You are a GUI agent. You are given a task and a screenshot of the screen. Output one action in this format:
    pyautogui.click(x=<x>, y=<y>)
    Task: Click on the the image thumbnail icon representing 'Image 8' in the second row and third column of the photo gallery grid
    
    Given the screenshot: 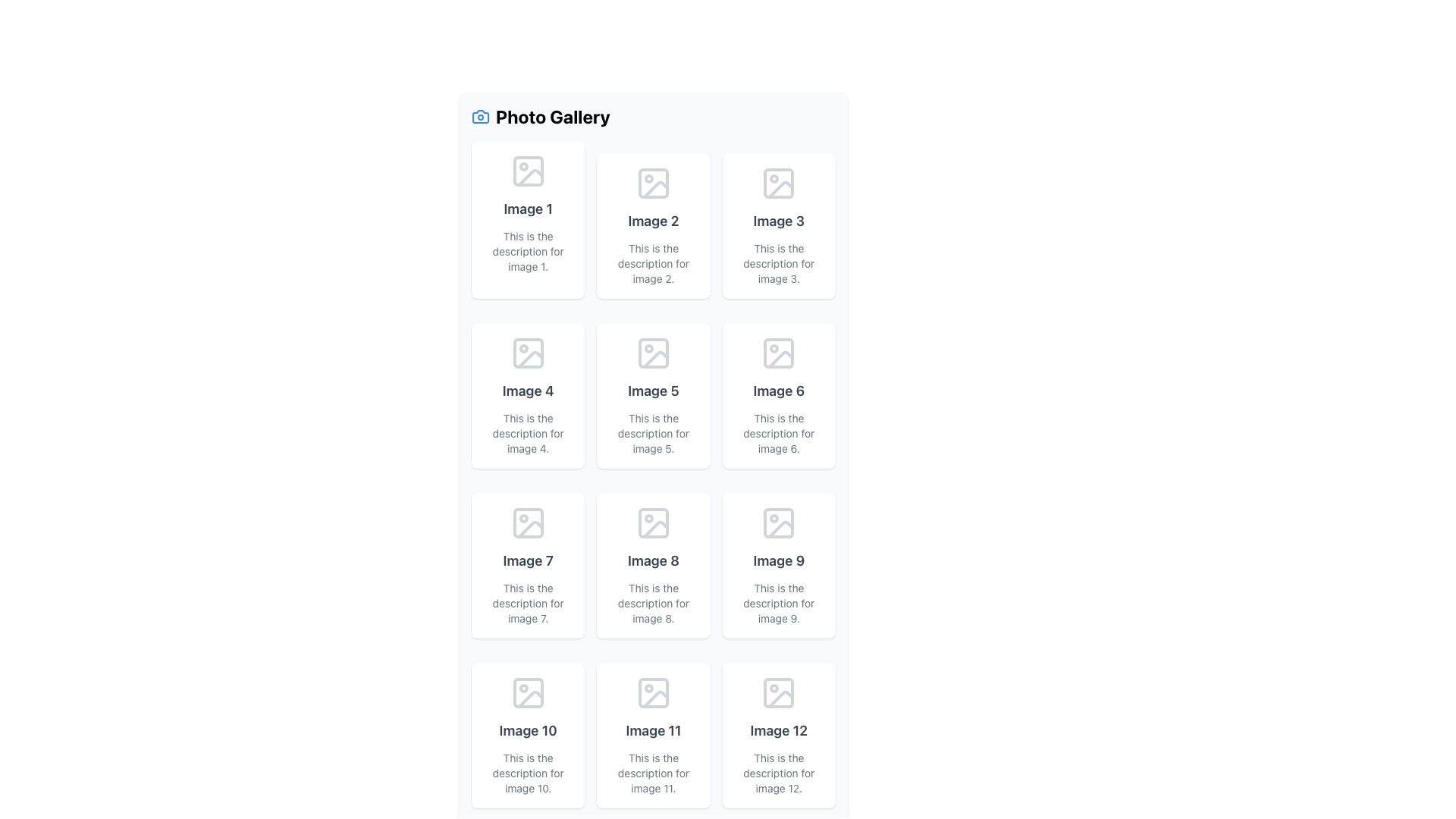 What is the action you would take?
    pyautogui.click(x=653, y=522)
    